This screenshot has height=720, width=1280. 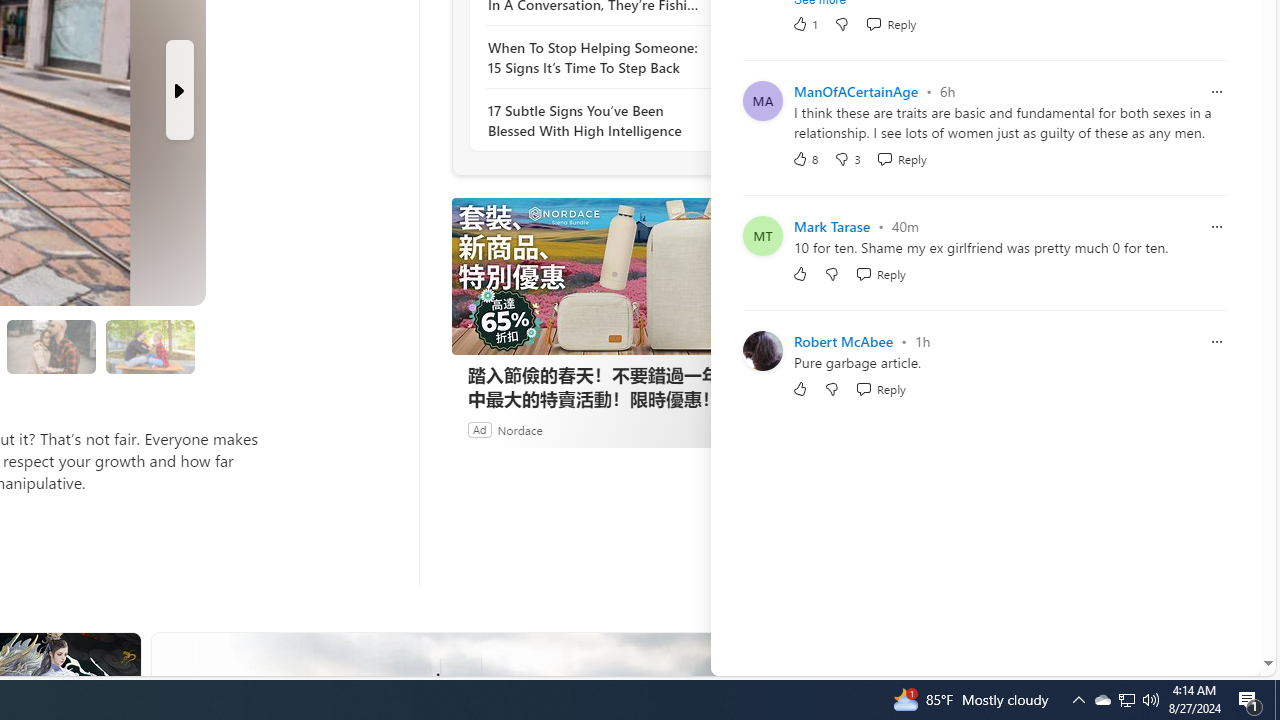 I want to click on '8 Like', so click(x=805, y=157).